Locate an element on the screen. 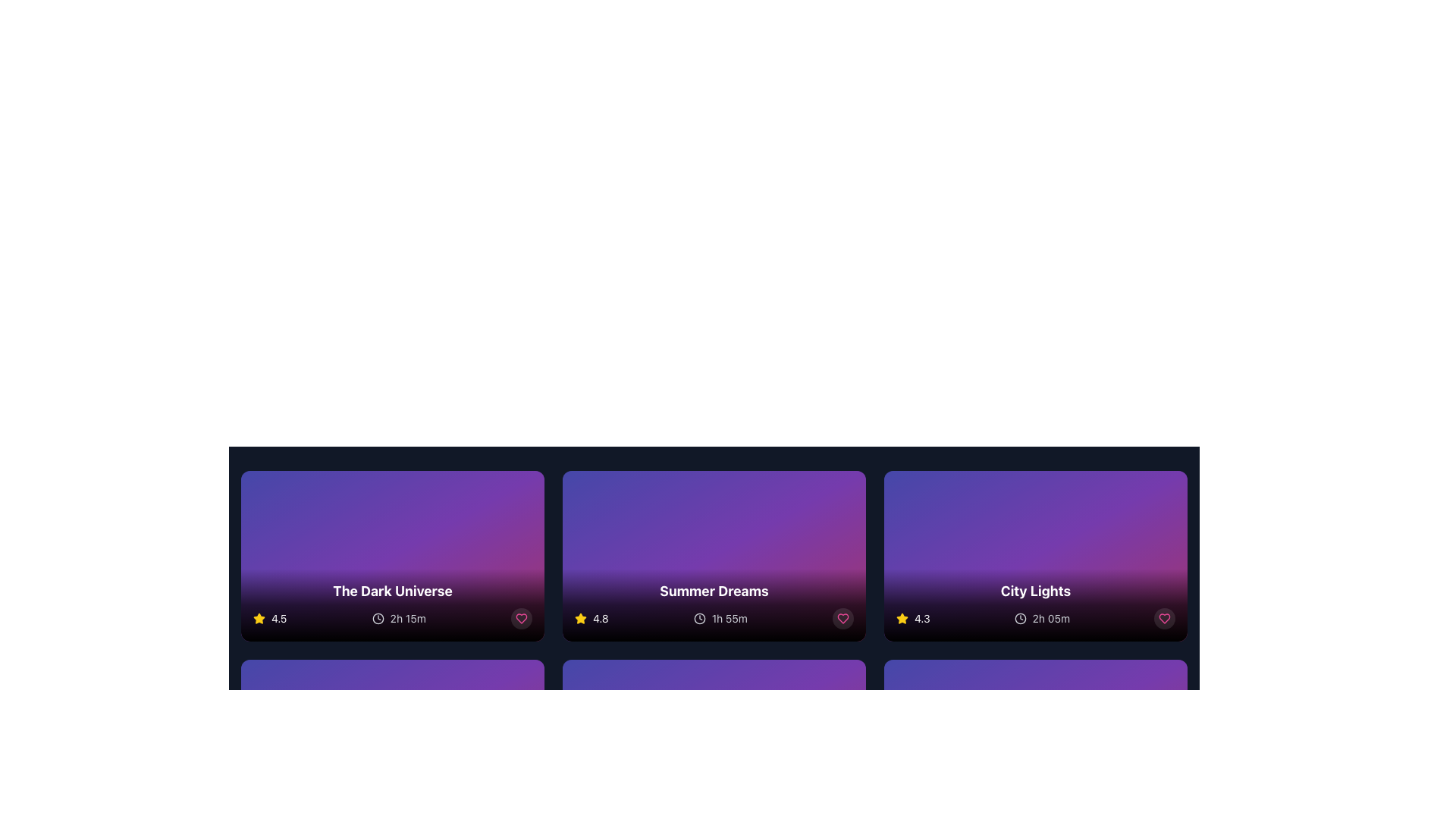 Image resolution: width=1456 pixels, height=819 pixels. the duration label of the 'Summer Dreams' card, which is located in the lower right section, to assist in decision-making regarding the movie's time commitment is located at coordinates (729, 619).